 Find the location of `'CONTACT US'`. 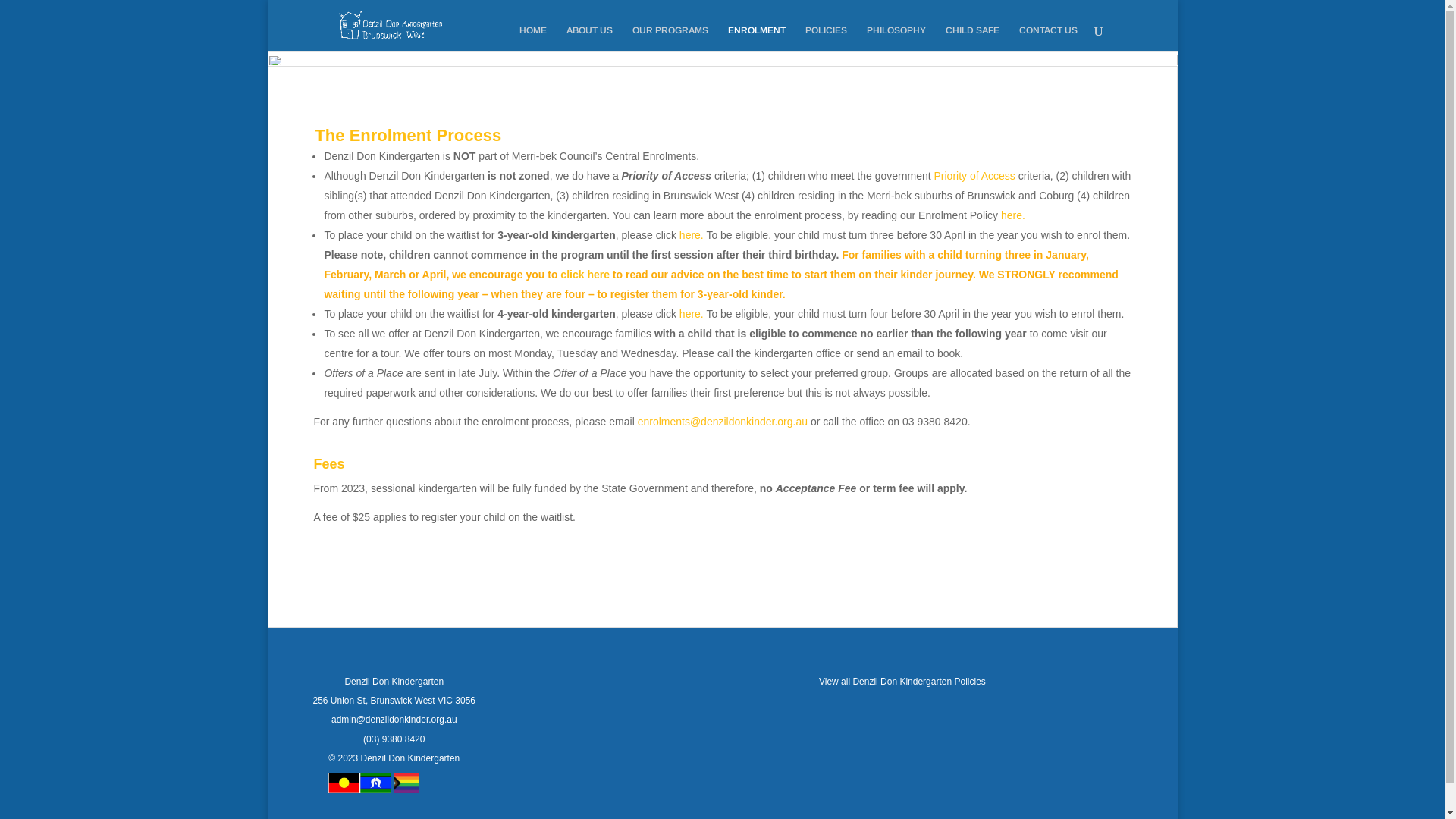

'CONTACT US' is located at coordinates (1019, 37).